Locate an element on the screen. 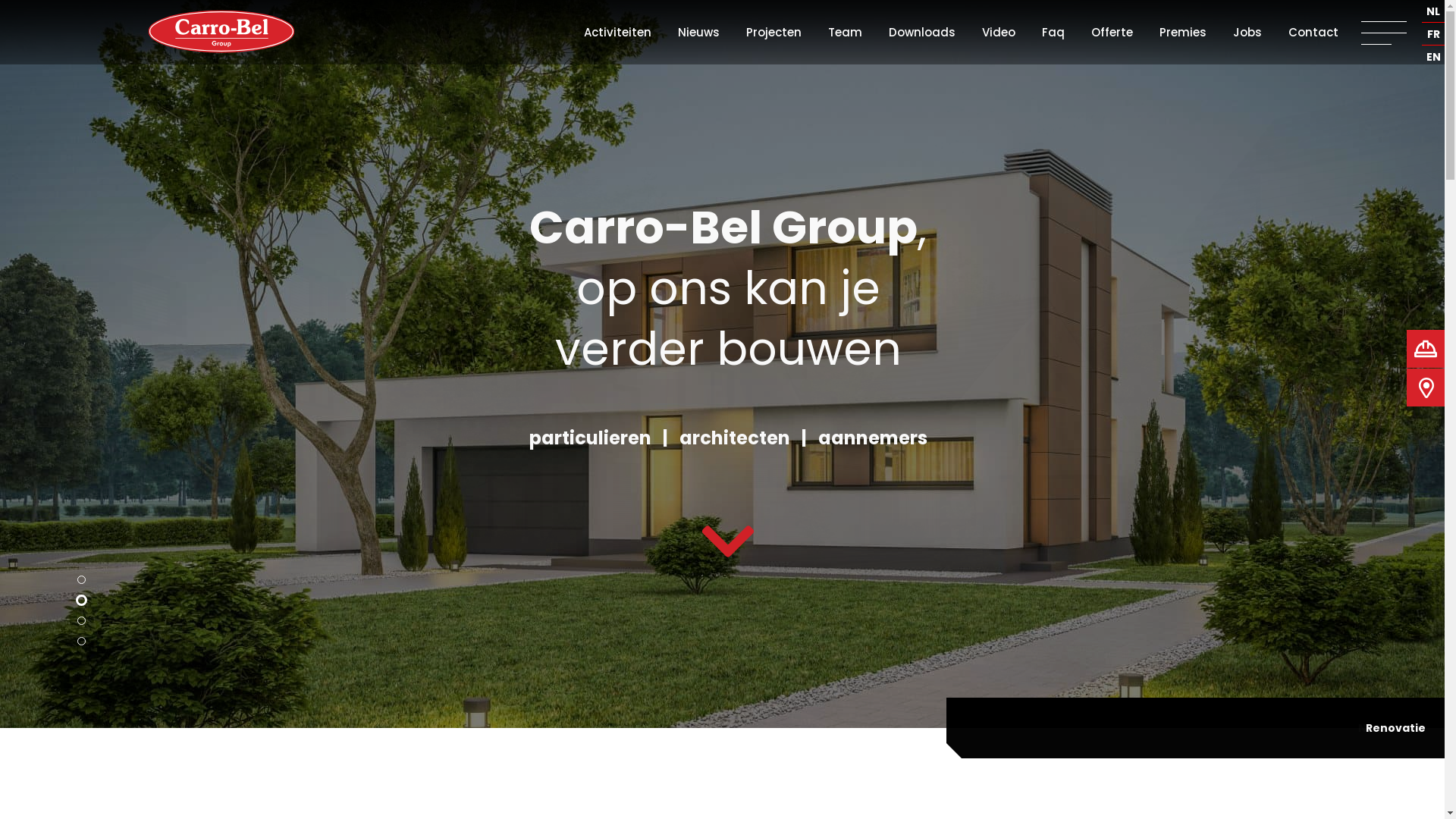 The height and width of the screenshot is (819, 1456). 'Activiteiten' is located at coordinates (617, 32).